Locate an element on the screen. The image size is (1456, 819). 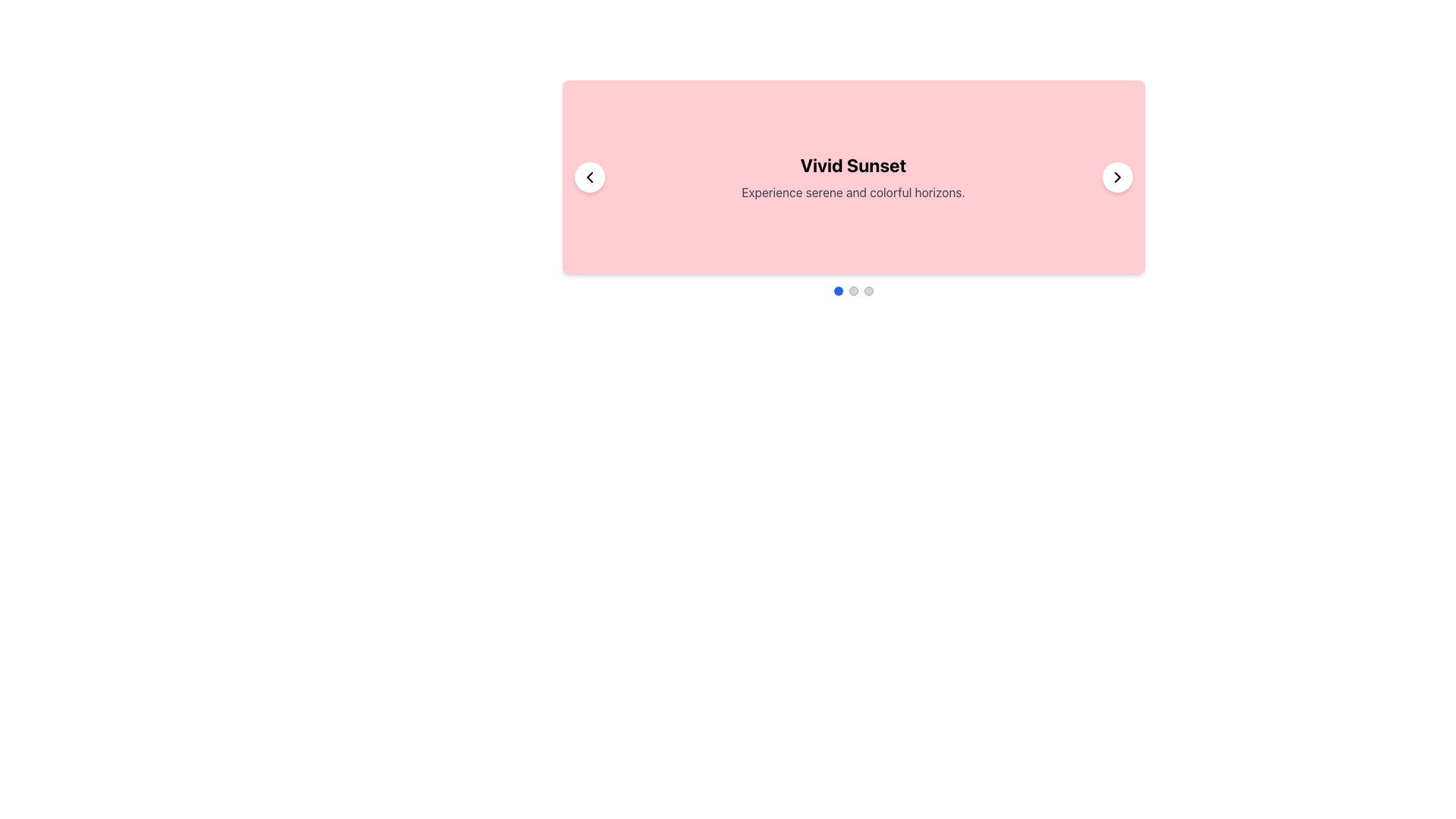
the second circular indicator button with a light gray background and gray border, located below the pink section is located at coordinates (853, 291).